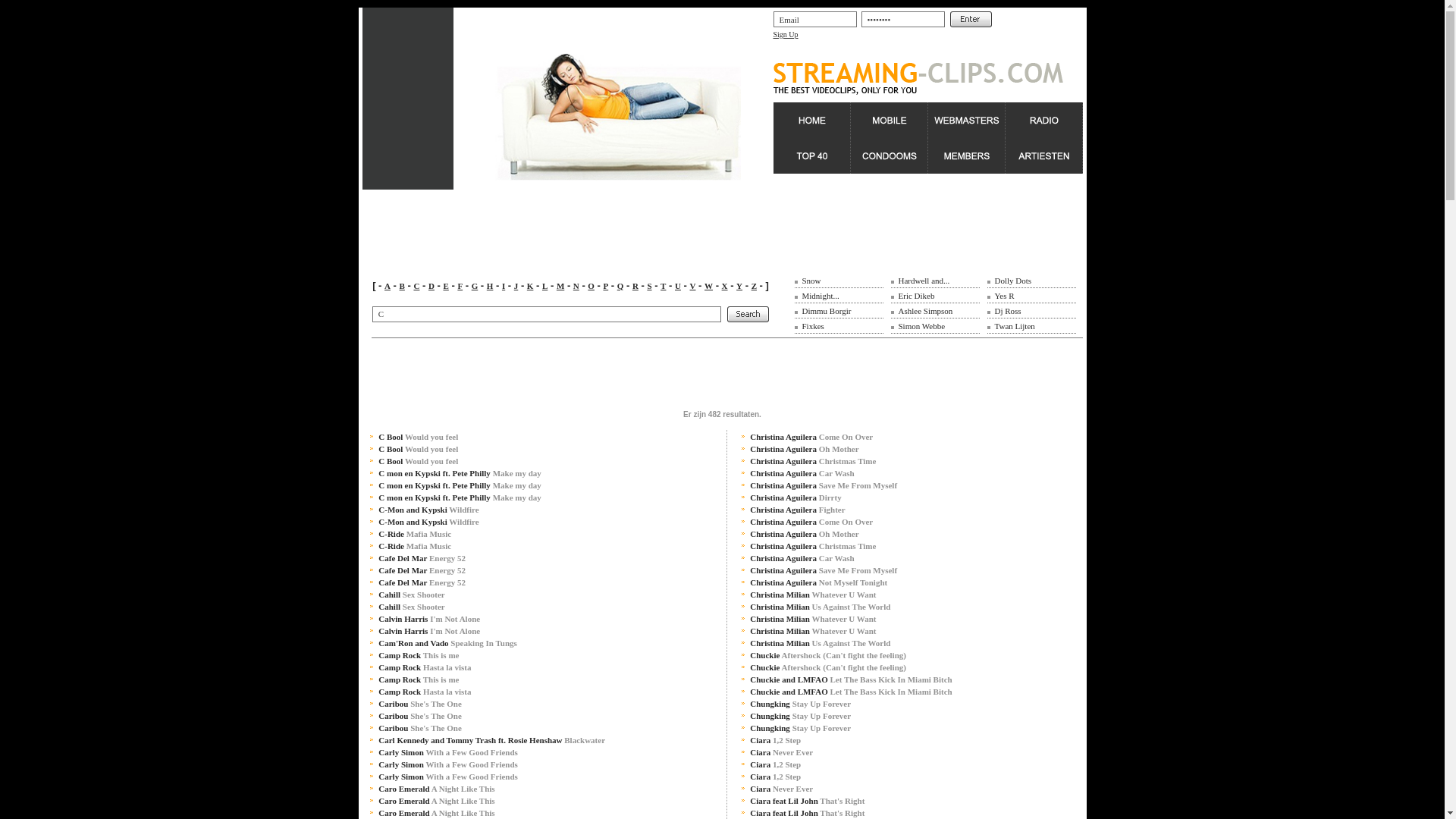  What do you see at coordinates (516, 286) in the screenshot?
I see `'J'` at bounding box center [516, 286].